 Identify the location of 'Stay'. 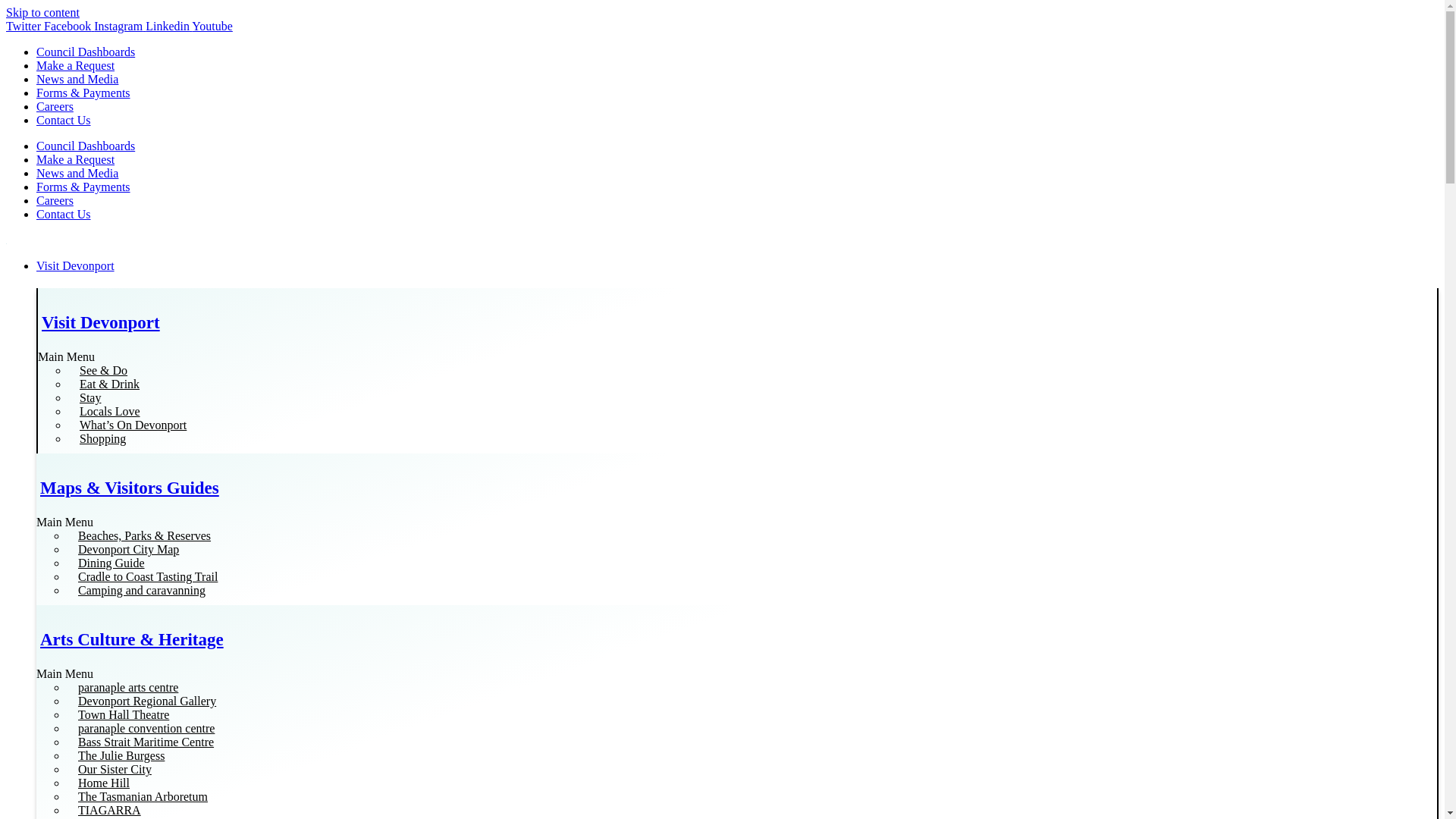
(89, 397).